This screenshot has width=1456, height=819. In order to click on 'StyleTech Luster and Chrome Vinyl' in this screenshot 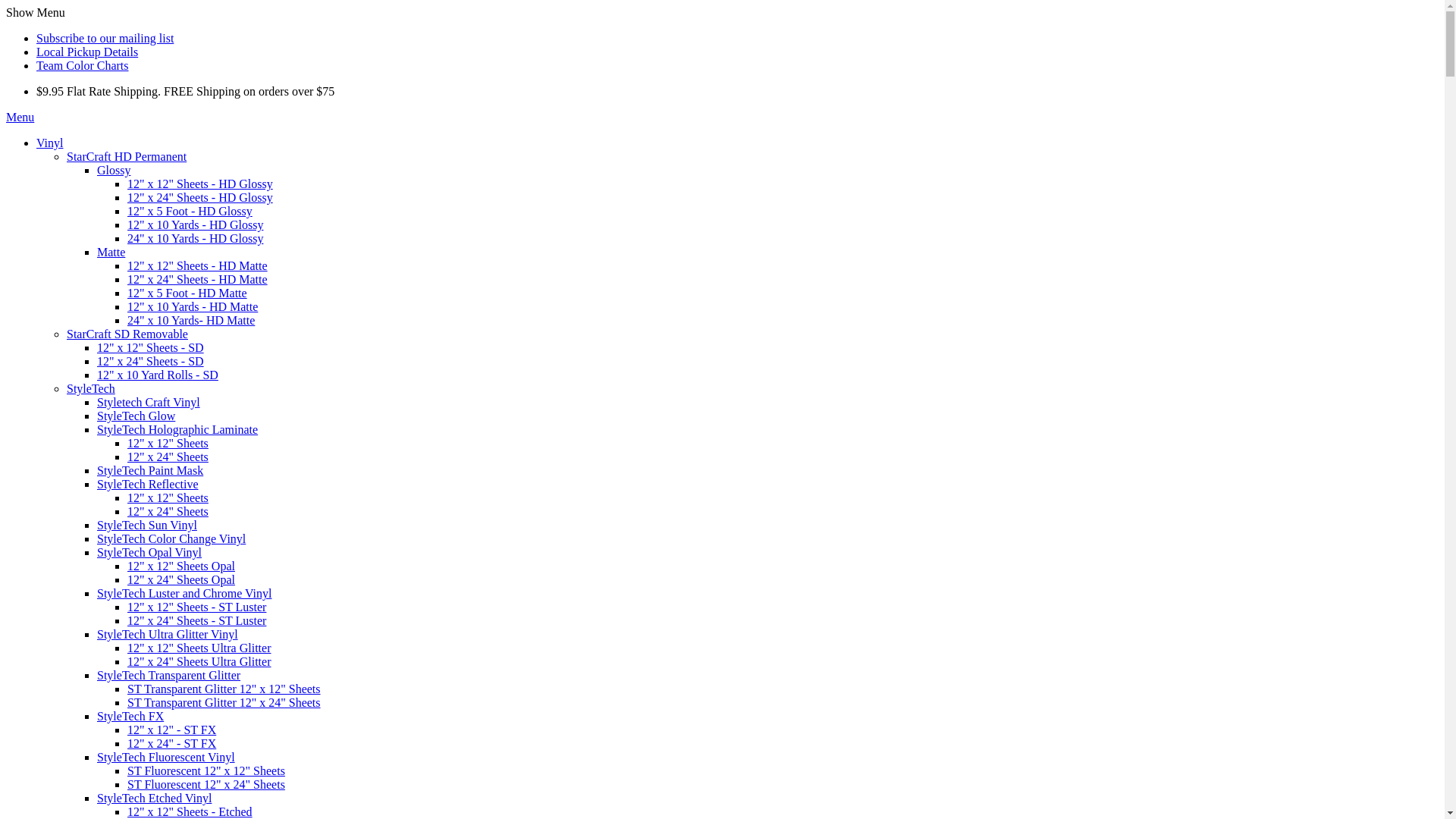, I will do `click(184, 592)`.